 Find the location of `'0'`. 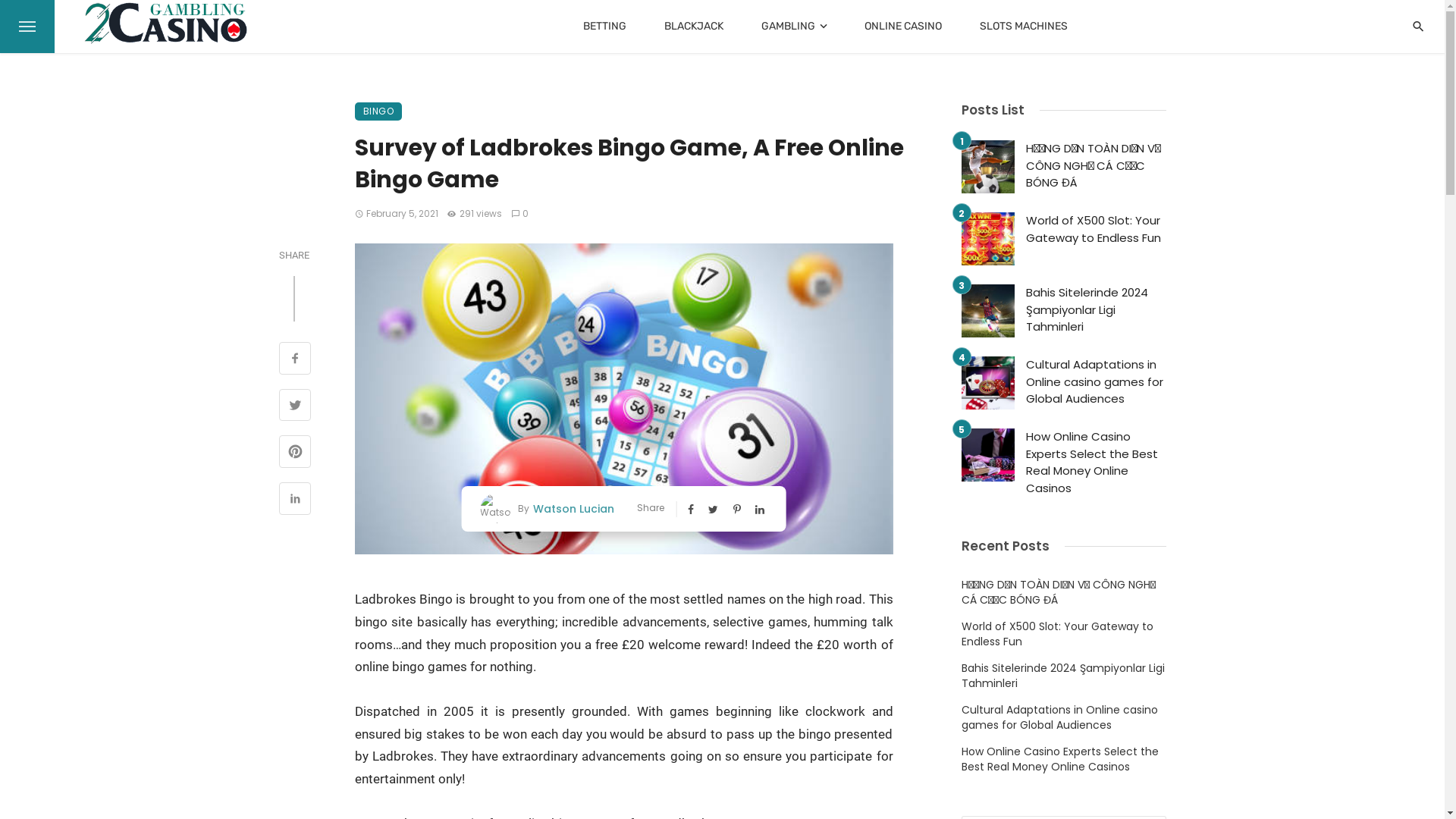

'0' is located at coordinates (510, 213).